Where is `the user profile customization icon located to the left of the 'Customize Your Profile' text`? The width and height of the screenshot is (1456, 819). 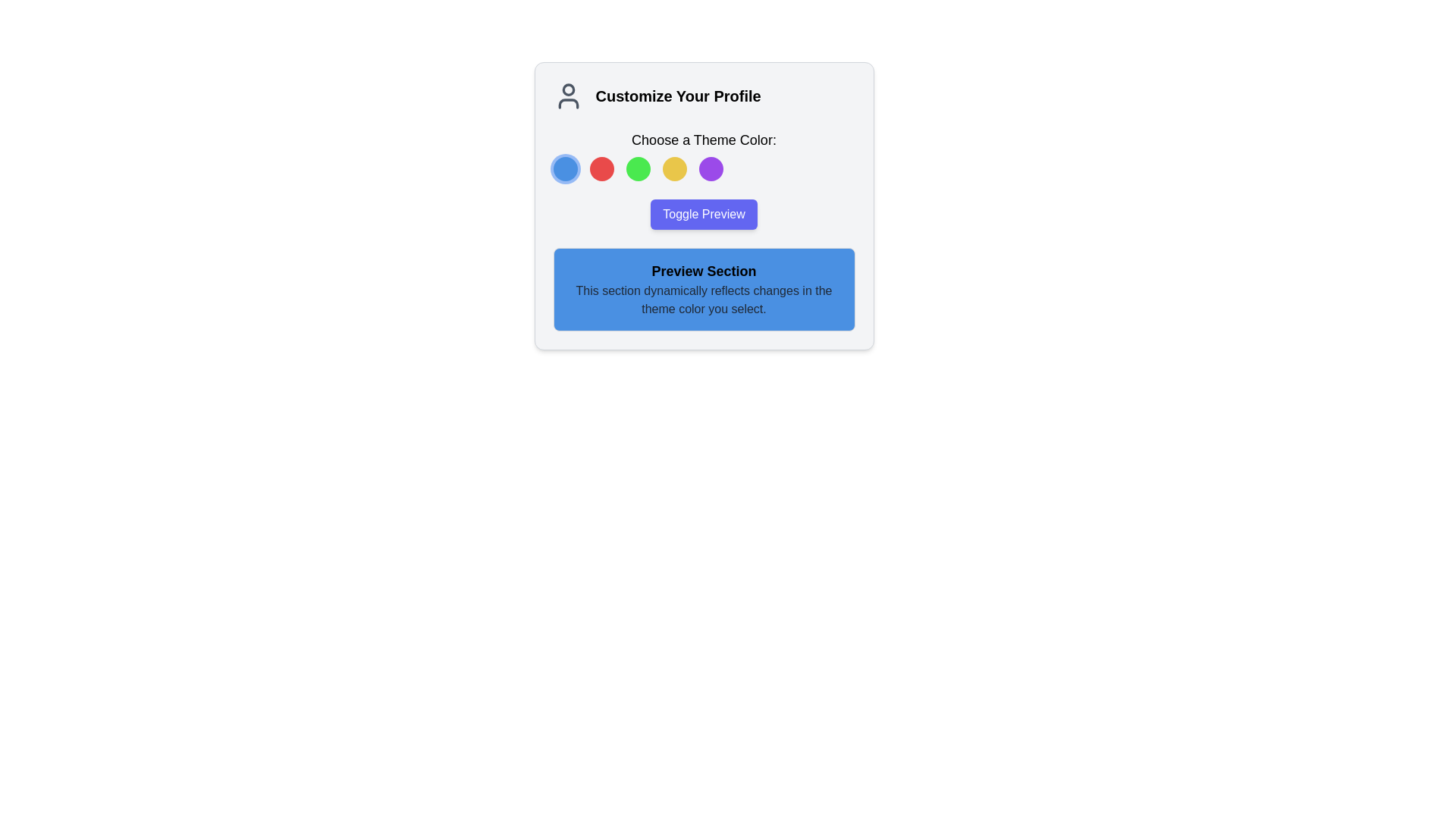
the user profile customization icon located to the left of the 'Customize Your Profile' text is located at coordinates (567, 96).